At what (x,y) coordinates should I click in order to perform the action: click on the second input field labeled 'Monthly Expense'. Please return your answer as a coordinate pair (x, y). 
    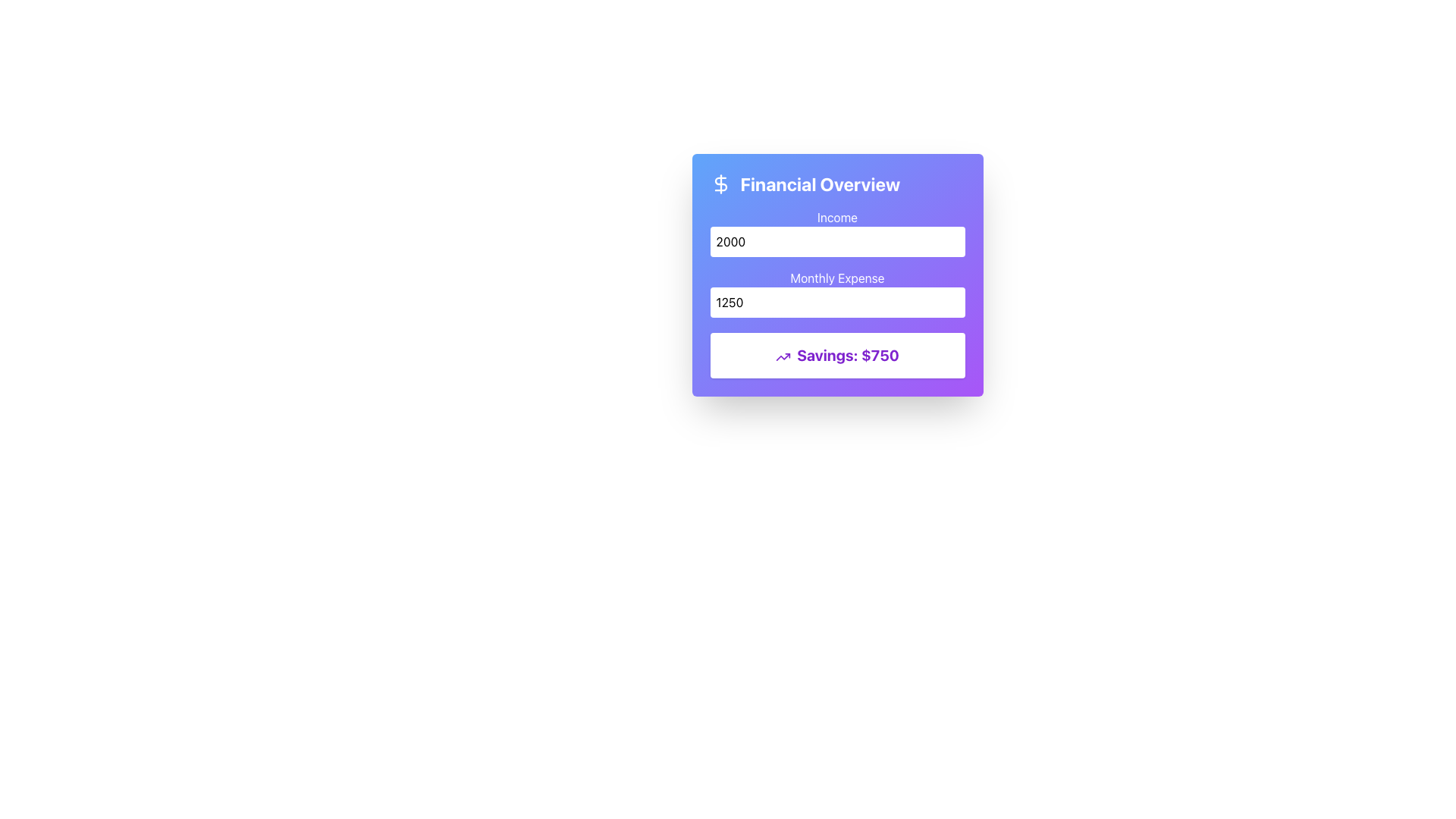
    Looking at the image, I should click on (836, 293).